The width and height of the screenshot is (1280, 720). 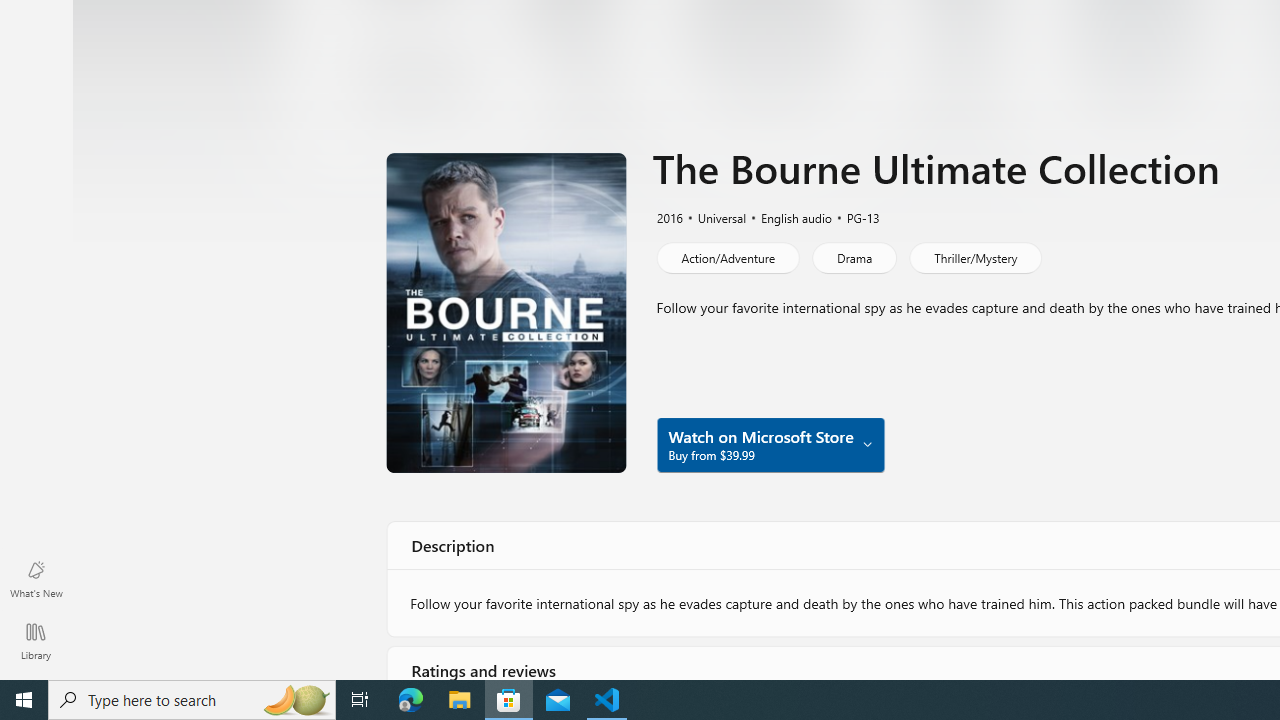 I want to click on 'Drama', so click(x=854, y=257).